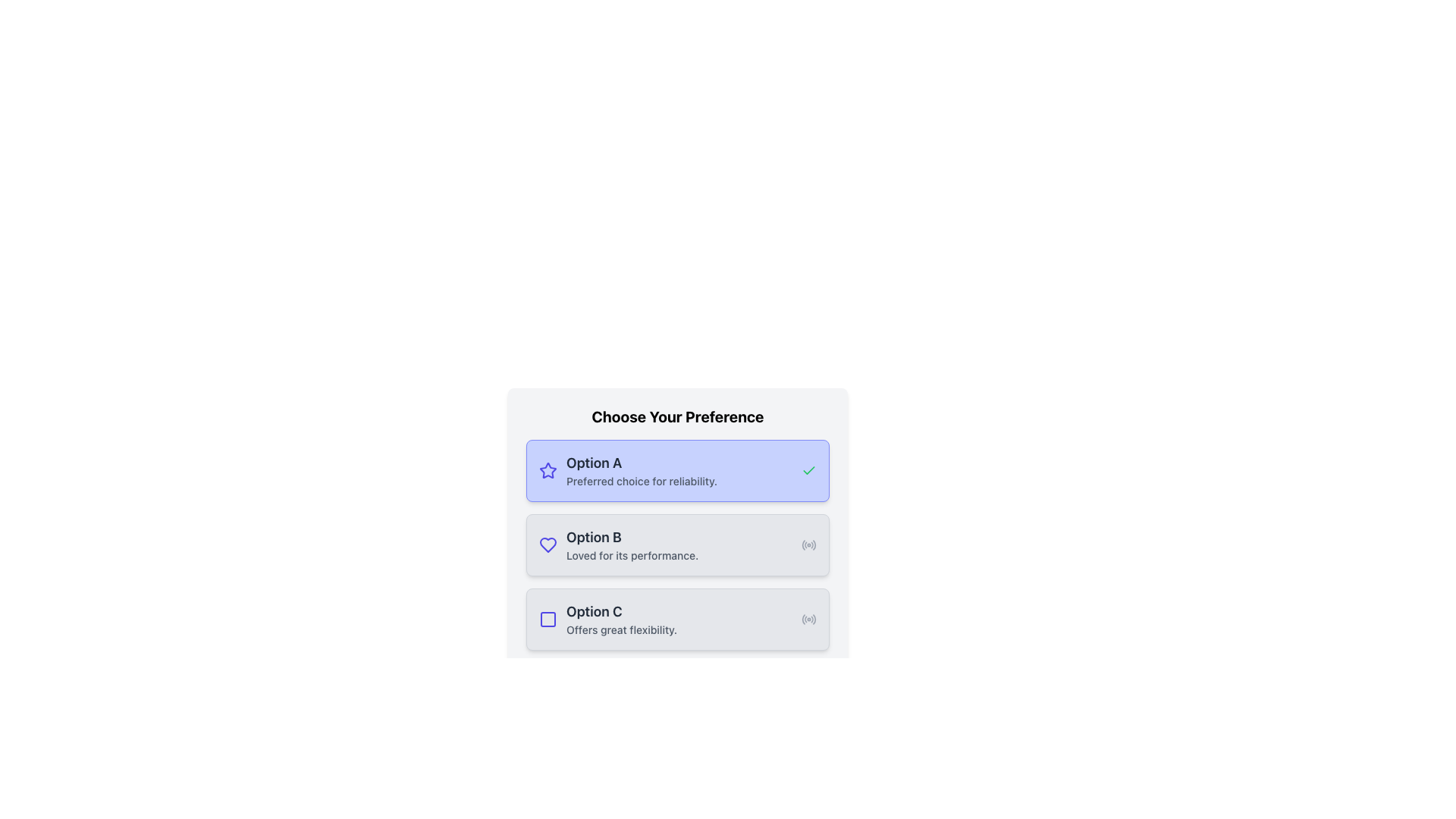  What do you see at coordinates (802, 620) in the screenshot?
I see `the circular icon representing 'Option C' in the vertical list of options` at bounding box center [802, 620].